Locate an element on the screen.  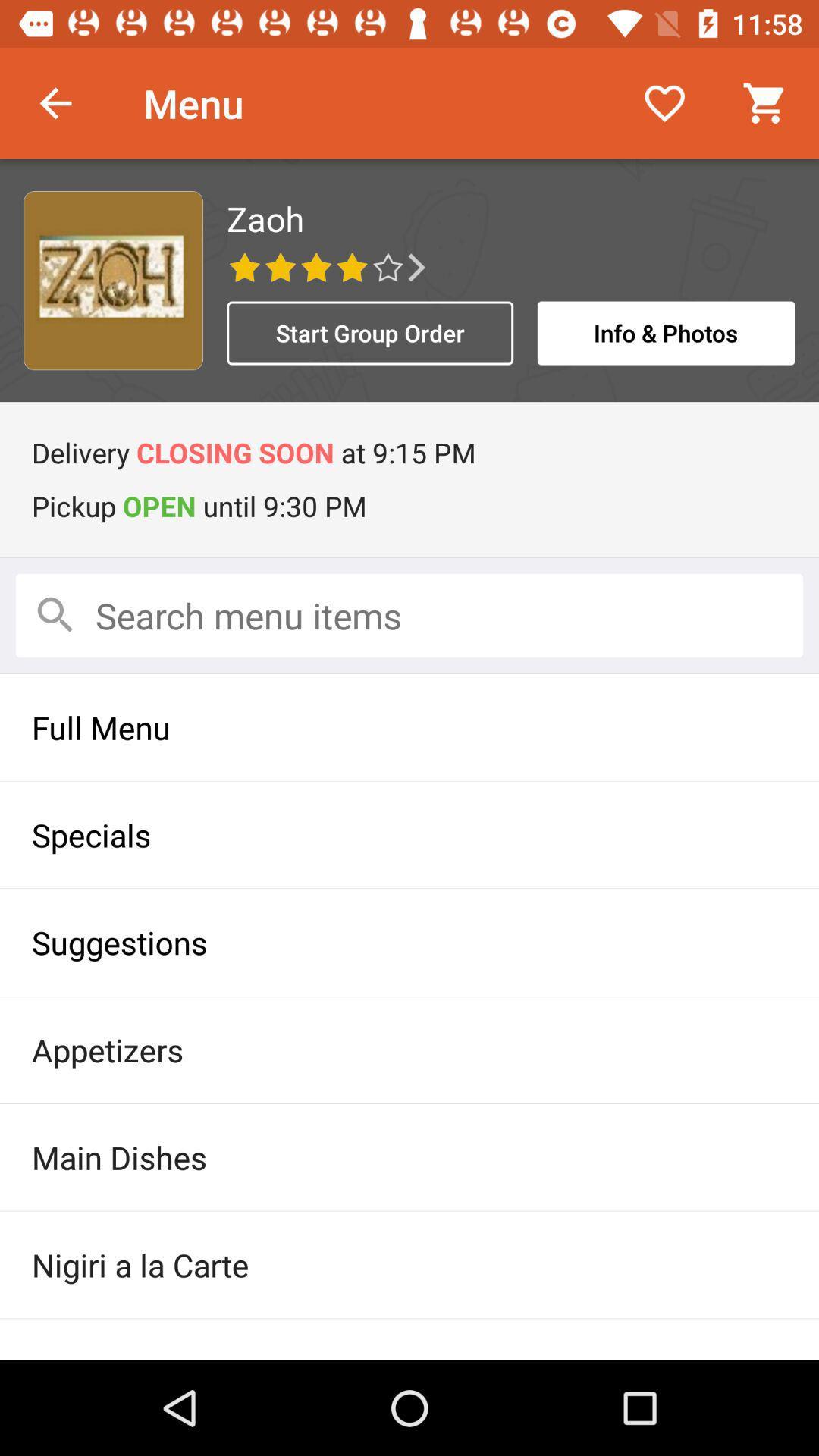
icon below suggestions is located at coordinates (409, 1049).